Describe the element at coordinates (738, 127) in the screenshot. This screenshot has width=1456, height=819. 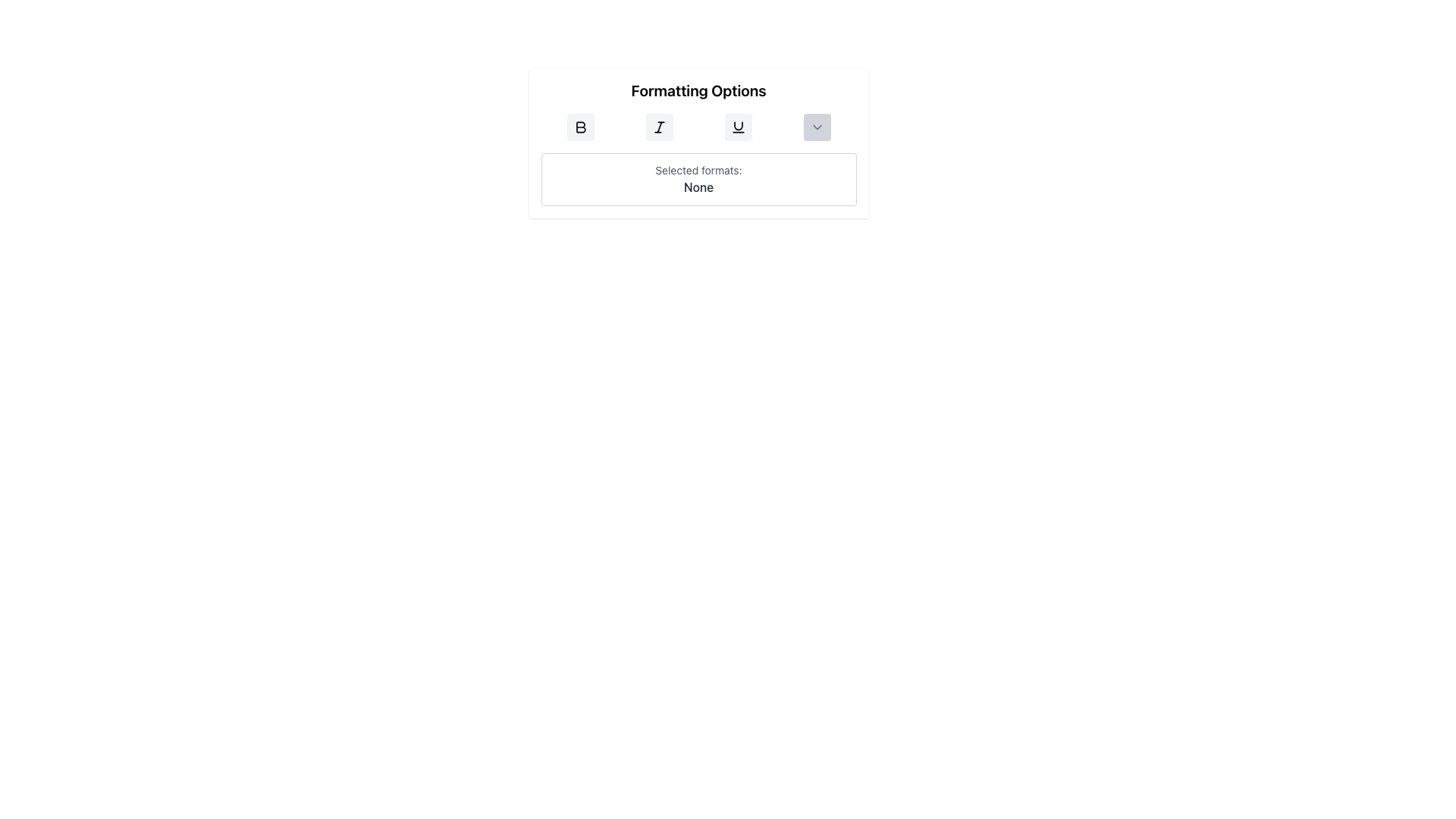
I see `the underline formatting button, which is styled with a light gray rounded background and an icon of an underlined character` at that location.